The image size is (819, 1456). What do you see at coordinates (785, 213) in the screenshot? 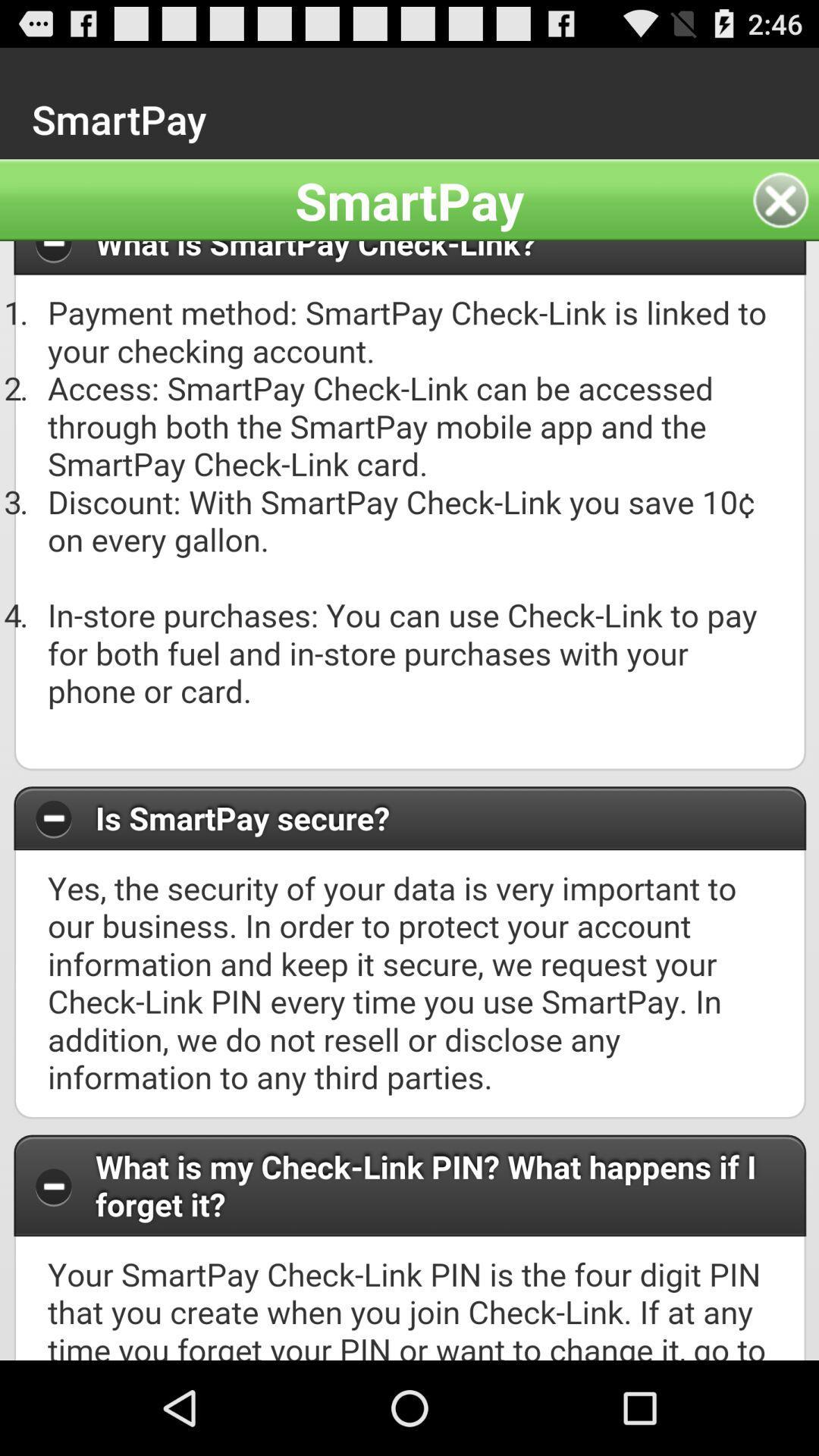
I see `the close icon` at bounding box center [785, 213].